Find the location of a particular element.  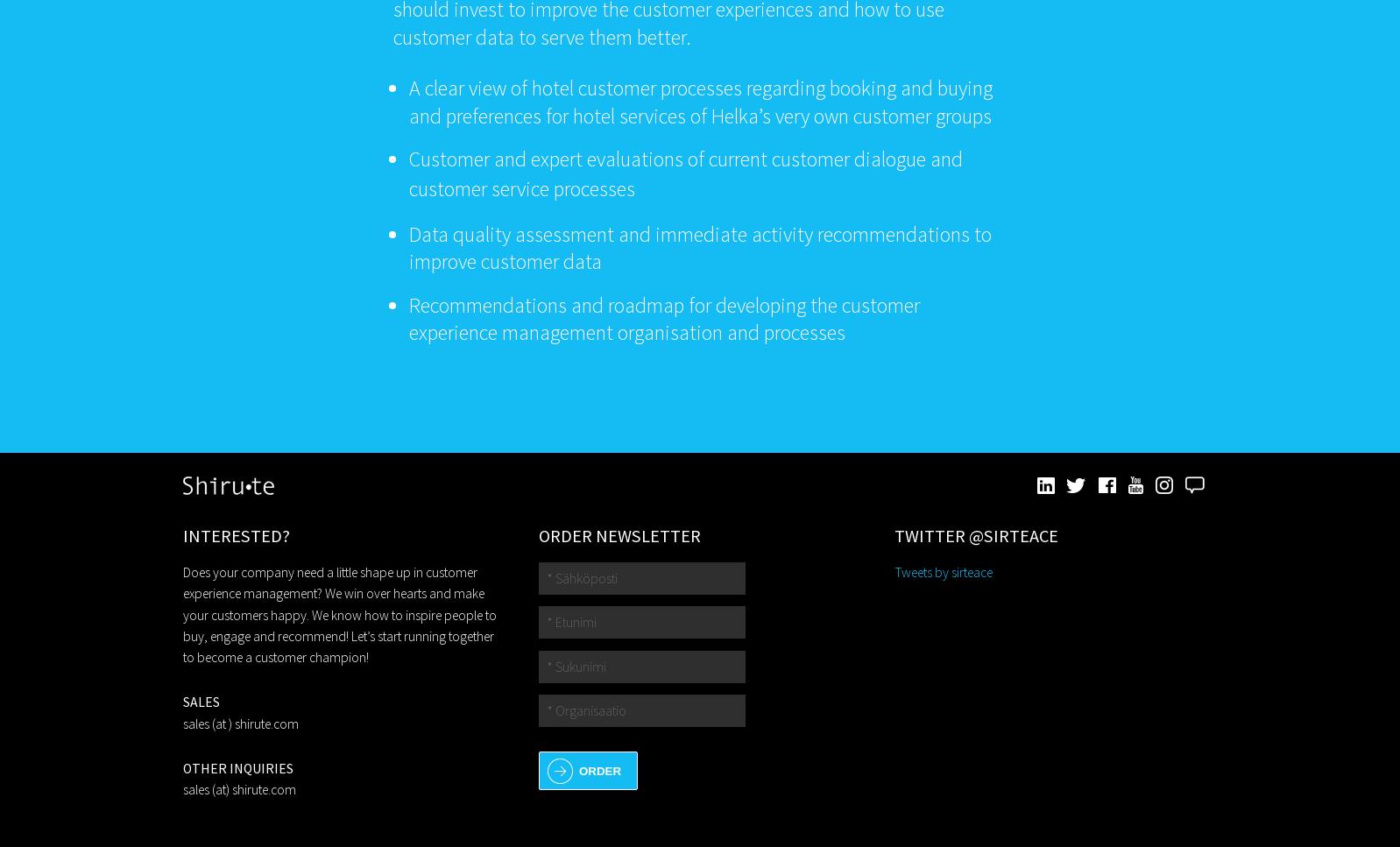

'Recommendations and roadmap for developing the customer experience management organisation and processes' is located at coordinates (664, 317).